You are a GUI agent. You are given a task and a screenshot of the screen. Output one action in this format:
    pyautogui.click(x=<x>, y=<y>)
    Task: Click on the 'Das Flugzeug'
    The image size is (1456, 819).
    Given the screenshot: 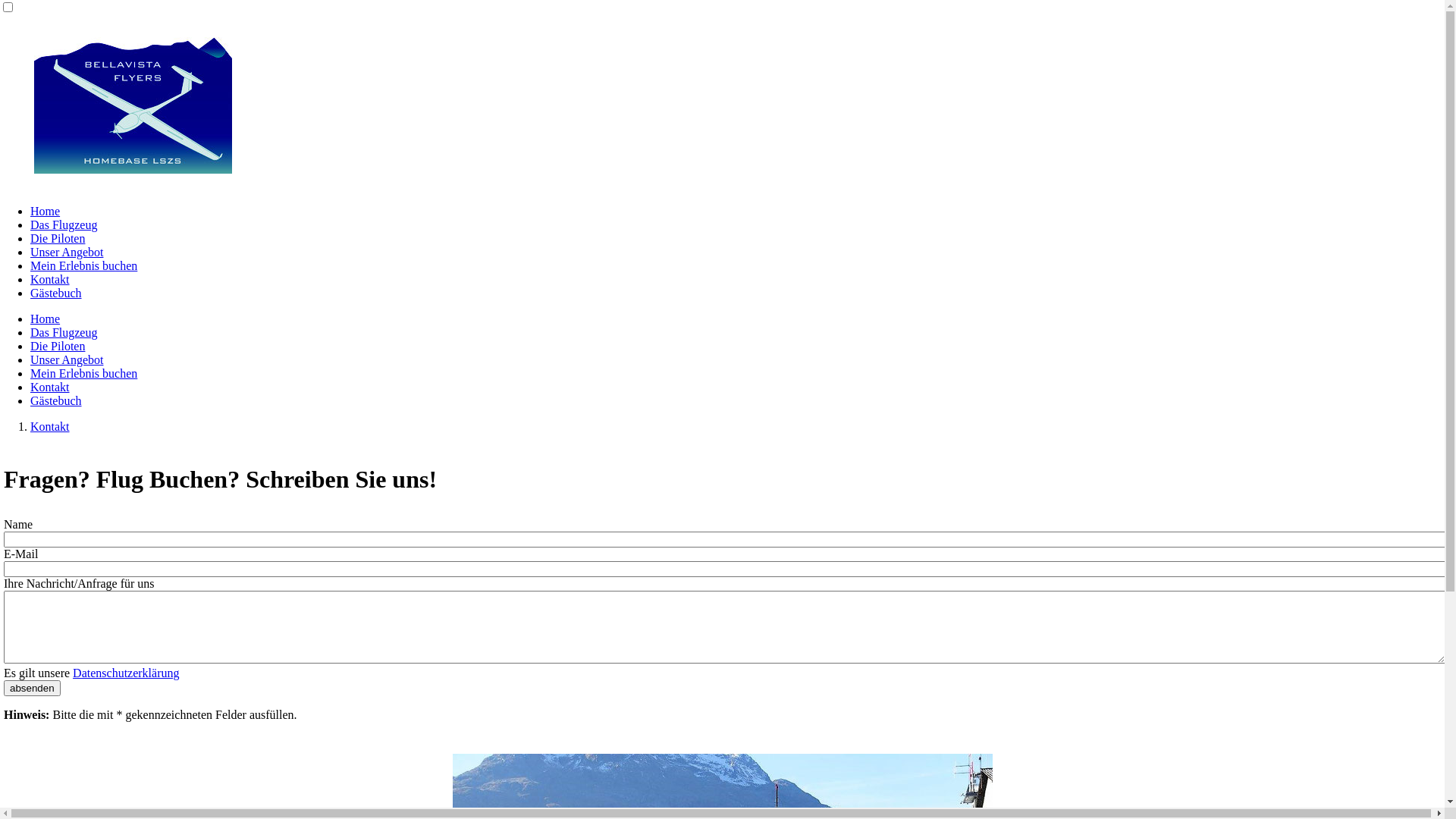 What is the action you would take?
    pyautogui.click(x=62, y=331)
    